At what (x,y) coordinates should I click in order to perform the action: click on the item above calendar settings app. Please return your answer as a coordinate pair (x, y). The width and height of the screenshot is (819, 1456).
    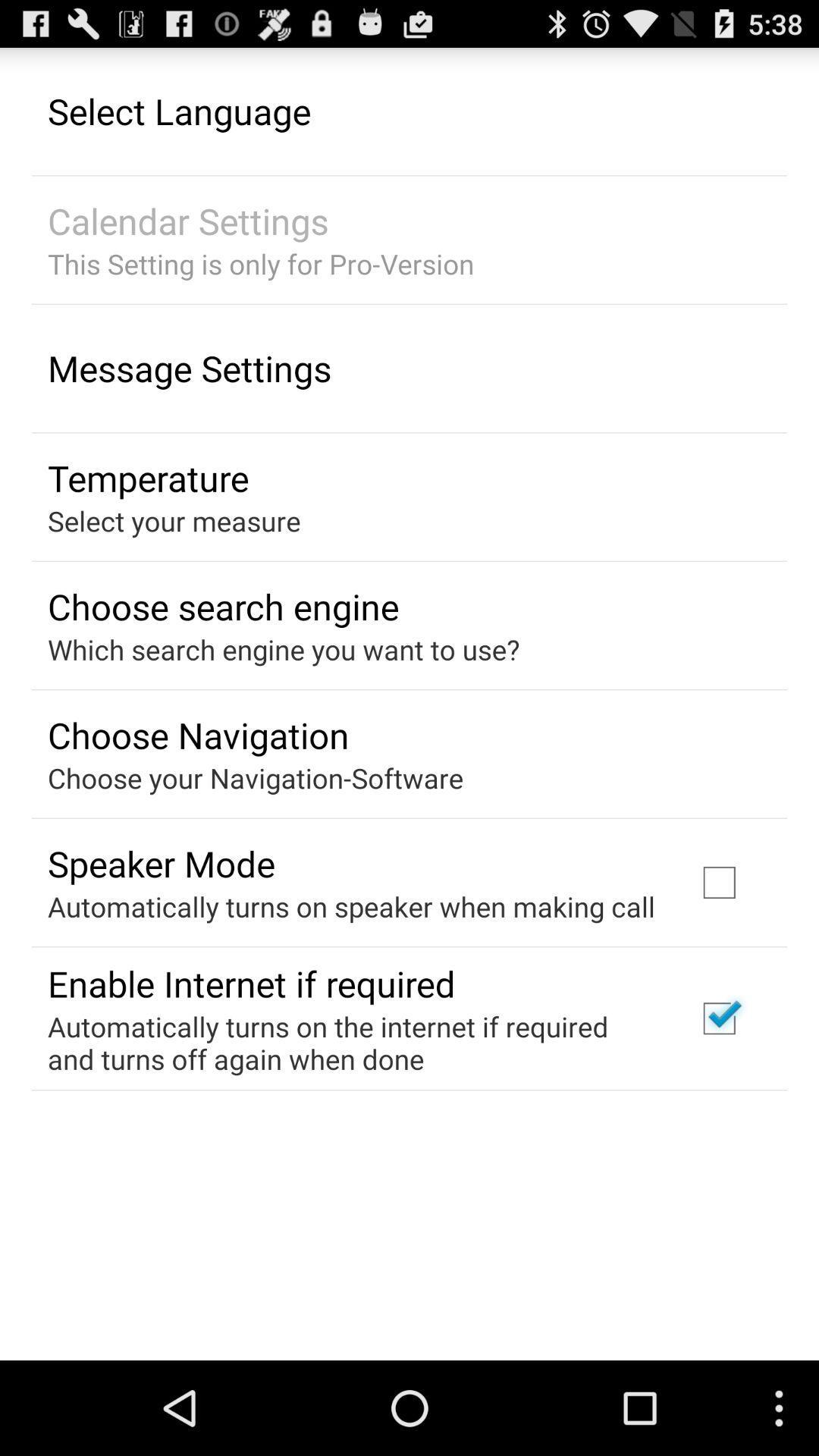
    Looking at the image, I should click on (178, 110).